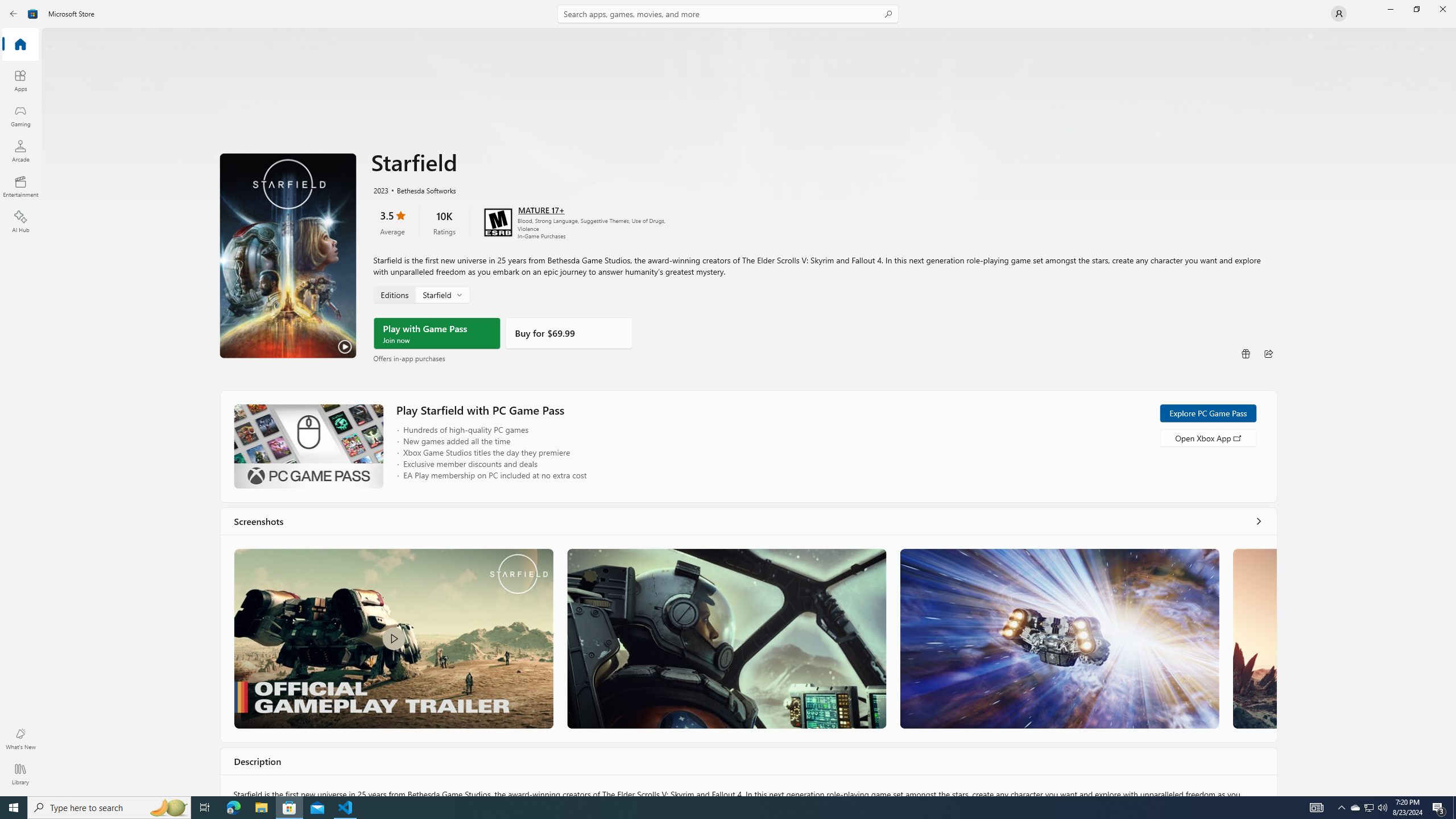 Image resolution: width=1456 pixels, height=819 pixels. Describe the element at coordinates (540, 209) in the screenshot. I see `'Age rating: MATURE 17+. Click for more information.'` at that location.